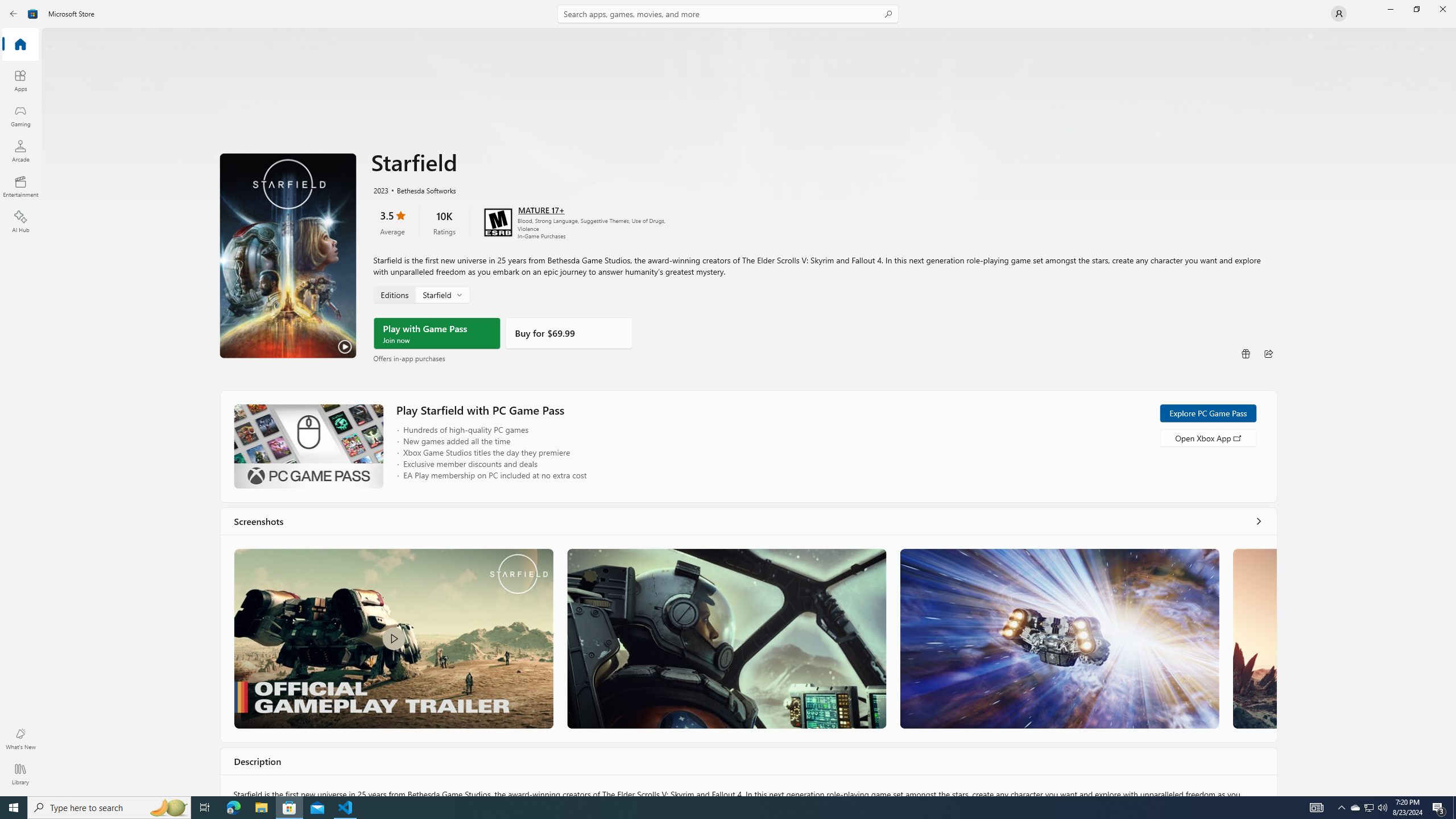 Image resolution: width=1456 pixels, height=819 pixels. Describe the element at coordinates (540, 209) in the screenshot. I see `'Age rating: MATURE 17+. Click for more information.'` at that location.